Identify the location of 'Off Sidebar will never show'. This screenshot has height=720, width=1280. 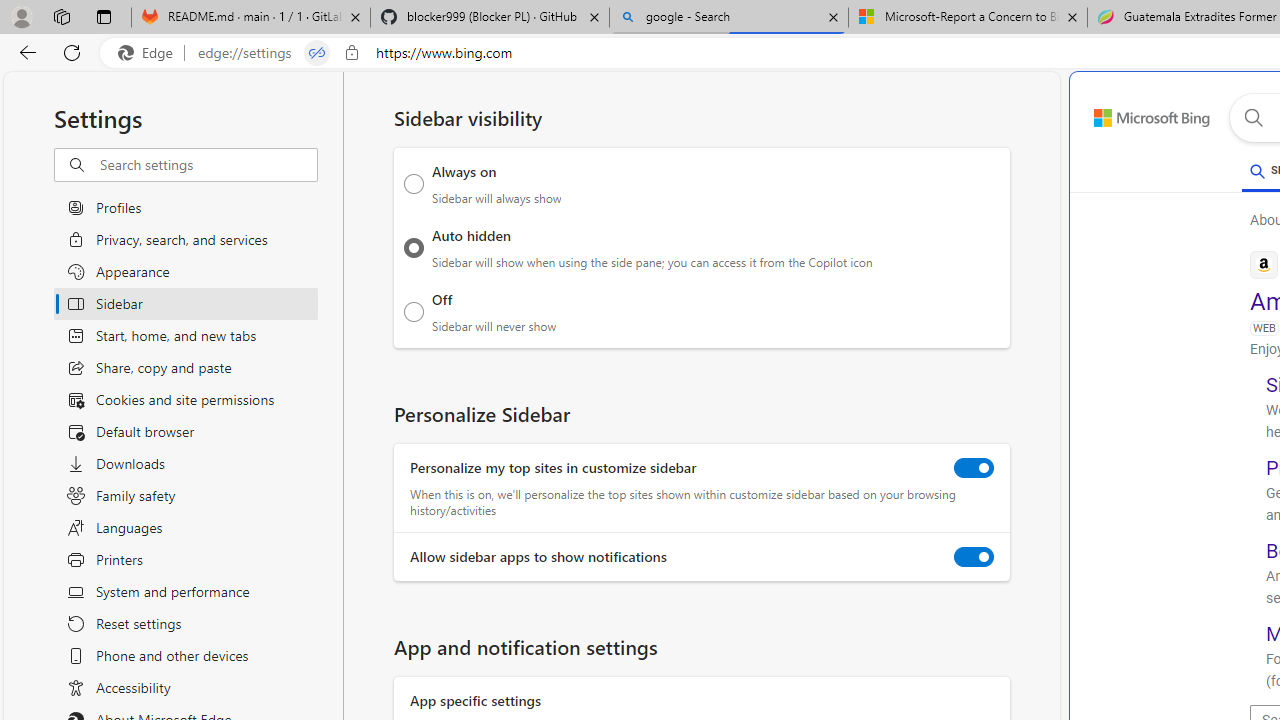
(413, 311).